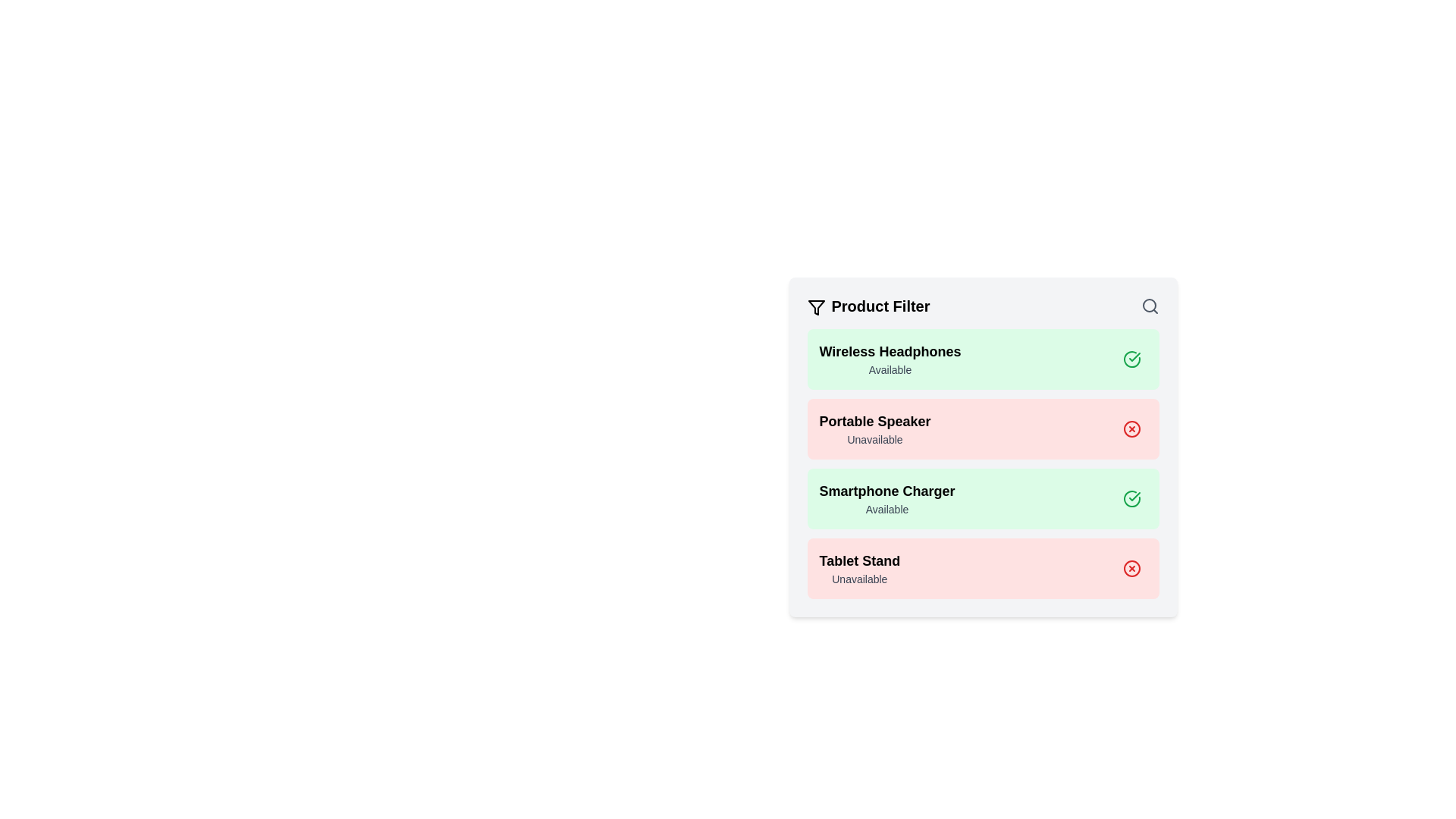 The image size is (1456, 819). I want to click on the Circular Button with Icon to change its background color, which is located at the far right of the 'Portable Speaker' row in the product list, so click(1131, 429).